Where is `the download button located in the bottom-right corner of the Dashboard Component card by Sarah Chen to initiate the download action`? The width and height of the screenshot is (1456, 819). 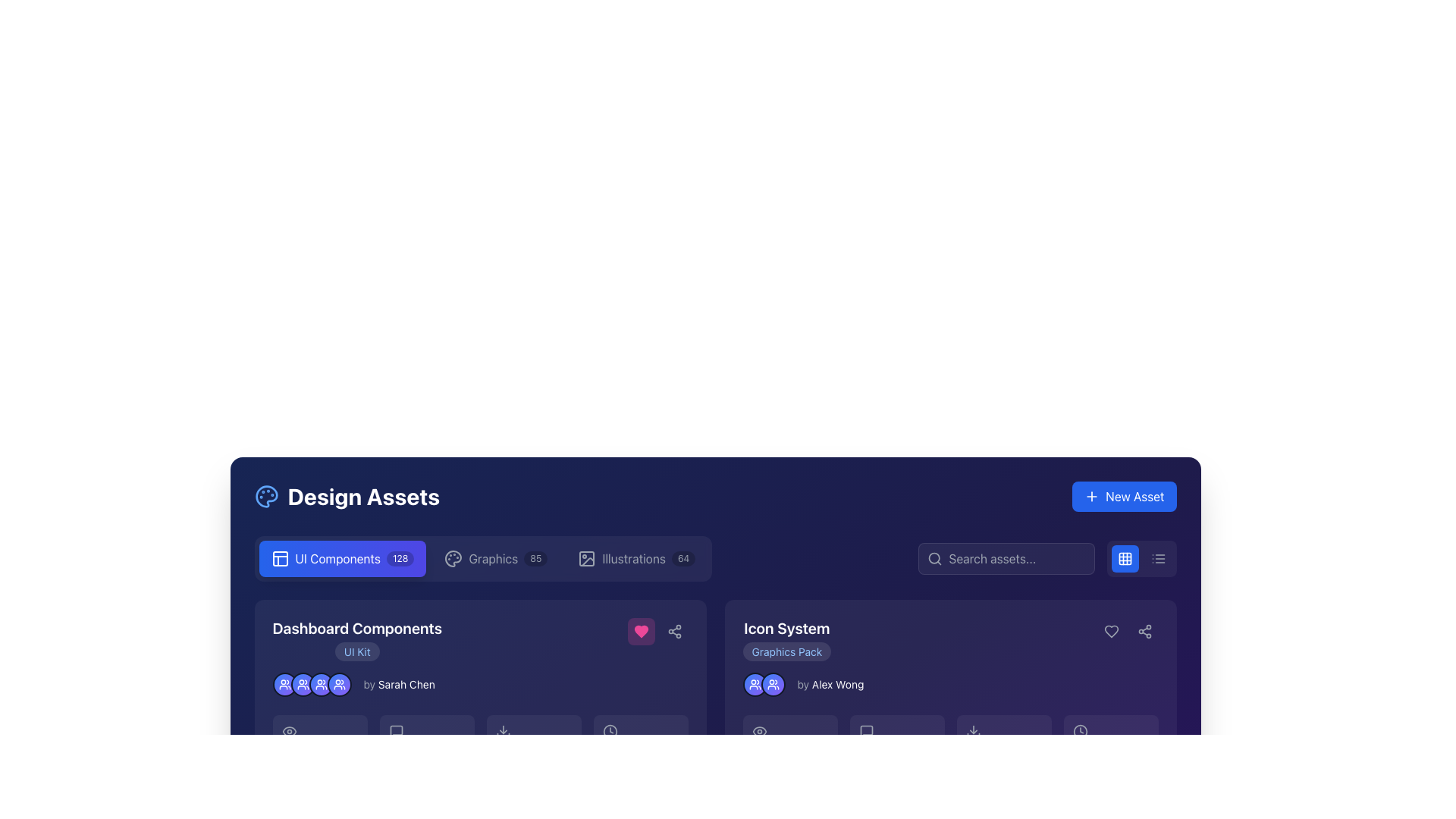 the download button located in the bottom-right corner of the Dashboard Component card by Sarah Chen to initiate the download action is located at coordinates (479, 795).